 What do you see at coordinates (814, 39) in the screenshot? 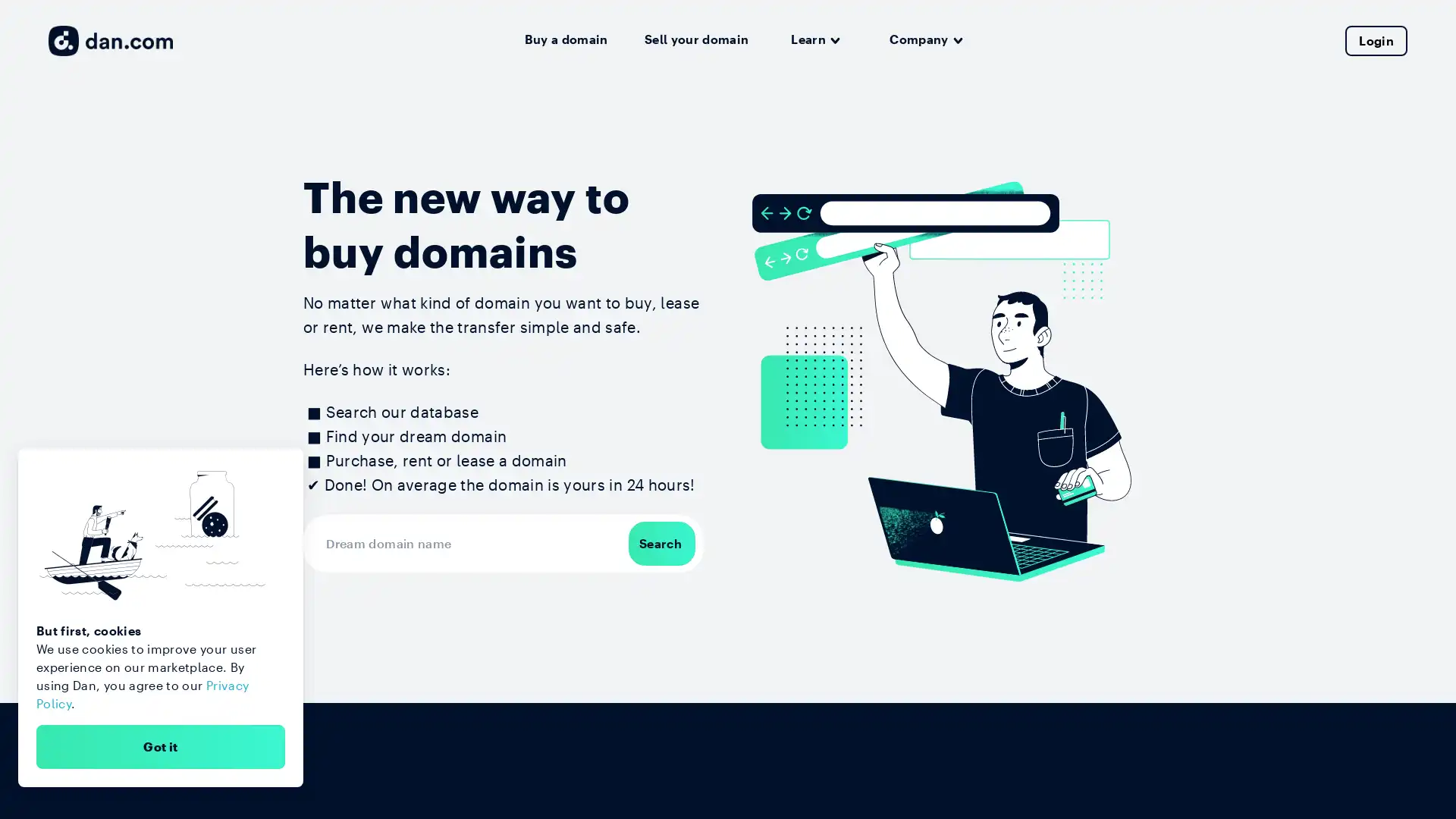
I see `Learn` at bounding box center [814, 39].